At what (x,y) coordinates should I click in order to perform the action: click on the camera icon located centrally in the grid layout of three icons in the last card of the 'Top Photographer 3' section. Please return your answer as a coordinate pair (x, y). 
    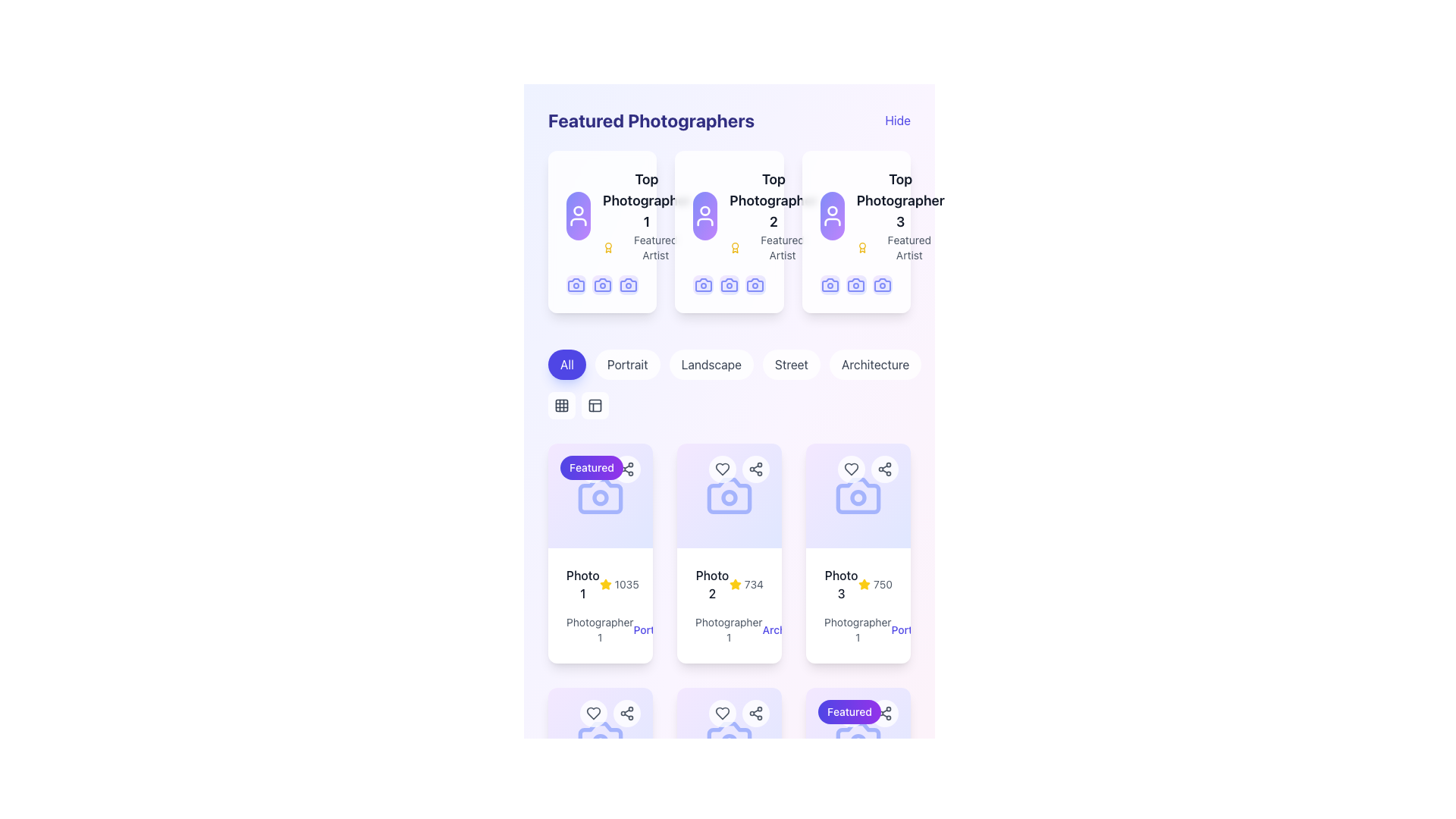
    Looking at the image, I should click on (856, 285).